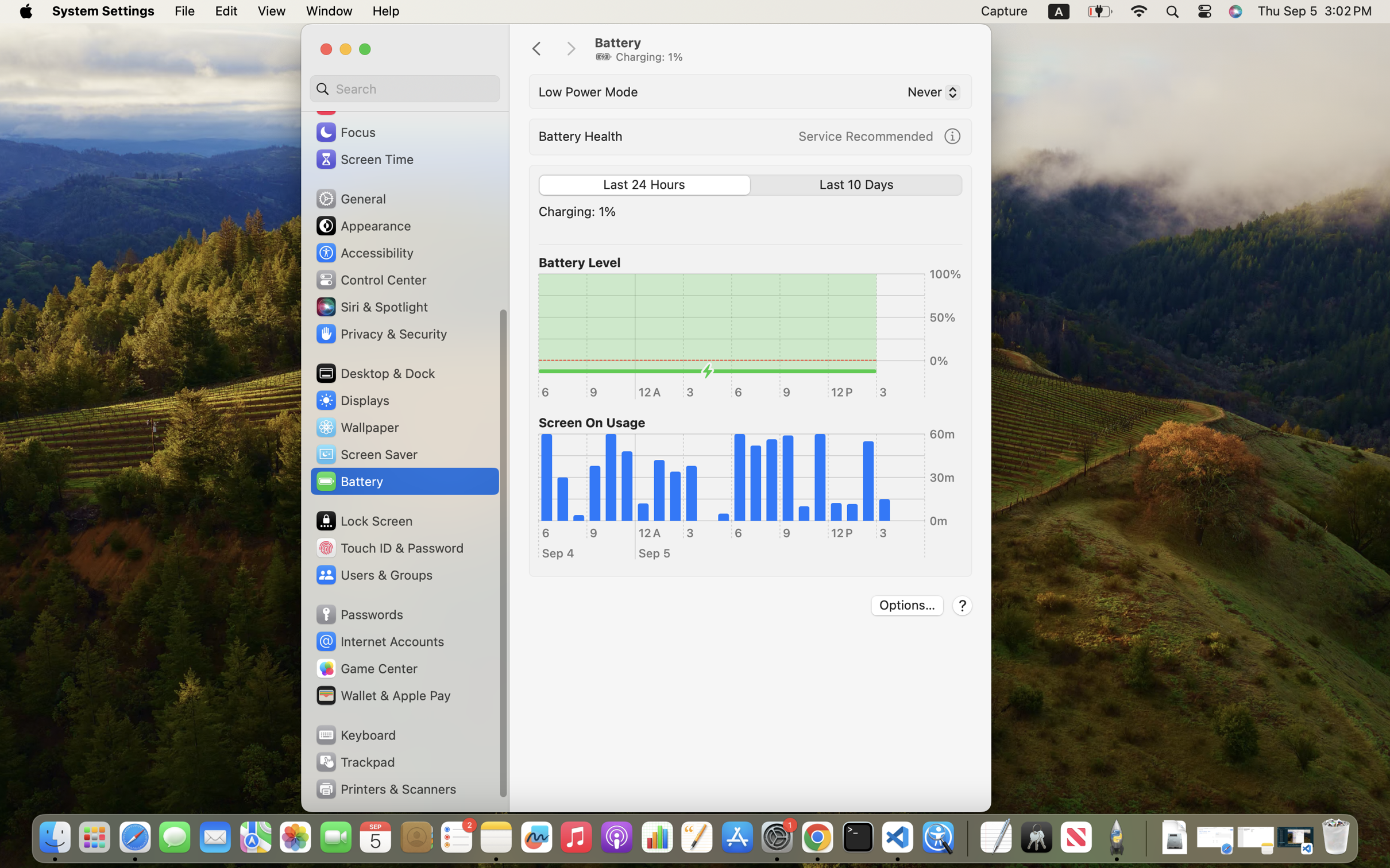 Image resolution: width=1390 pixels, height=868 pixels. Describe the element at coordinates (352, 400) in the screenshot. I see `'Displays'` at that location.